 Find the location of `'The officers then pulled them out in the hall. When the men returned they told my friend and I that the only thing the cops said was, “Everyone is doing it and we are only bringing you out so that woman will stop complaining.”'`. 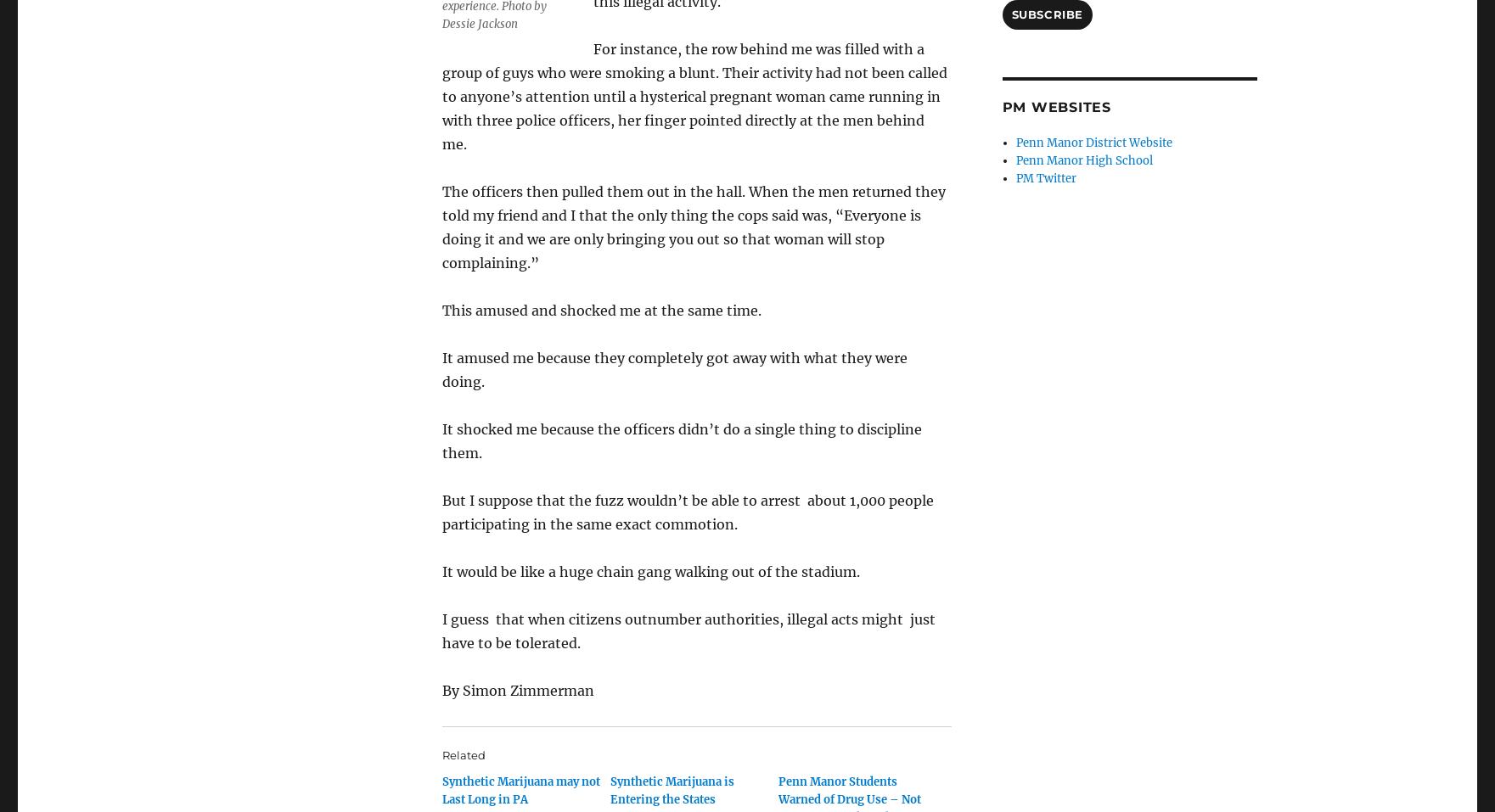

'The officers then pulled them out in the hall. When the men returned they told my friend and I that the only thing the cops said was, “Everyone is doing it and we are only bringing you out so that woman will stop complaining.”' is located at coordinates (693, 226).